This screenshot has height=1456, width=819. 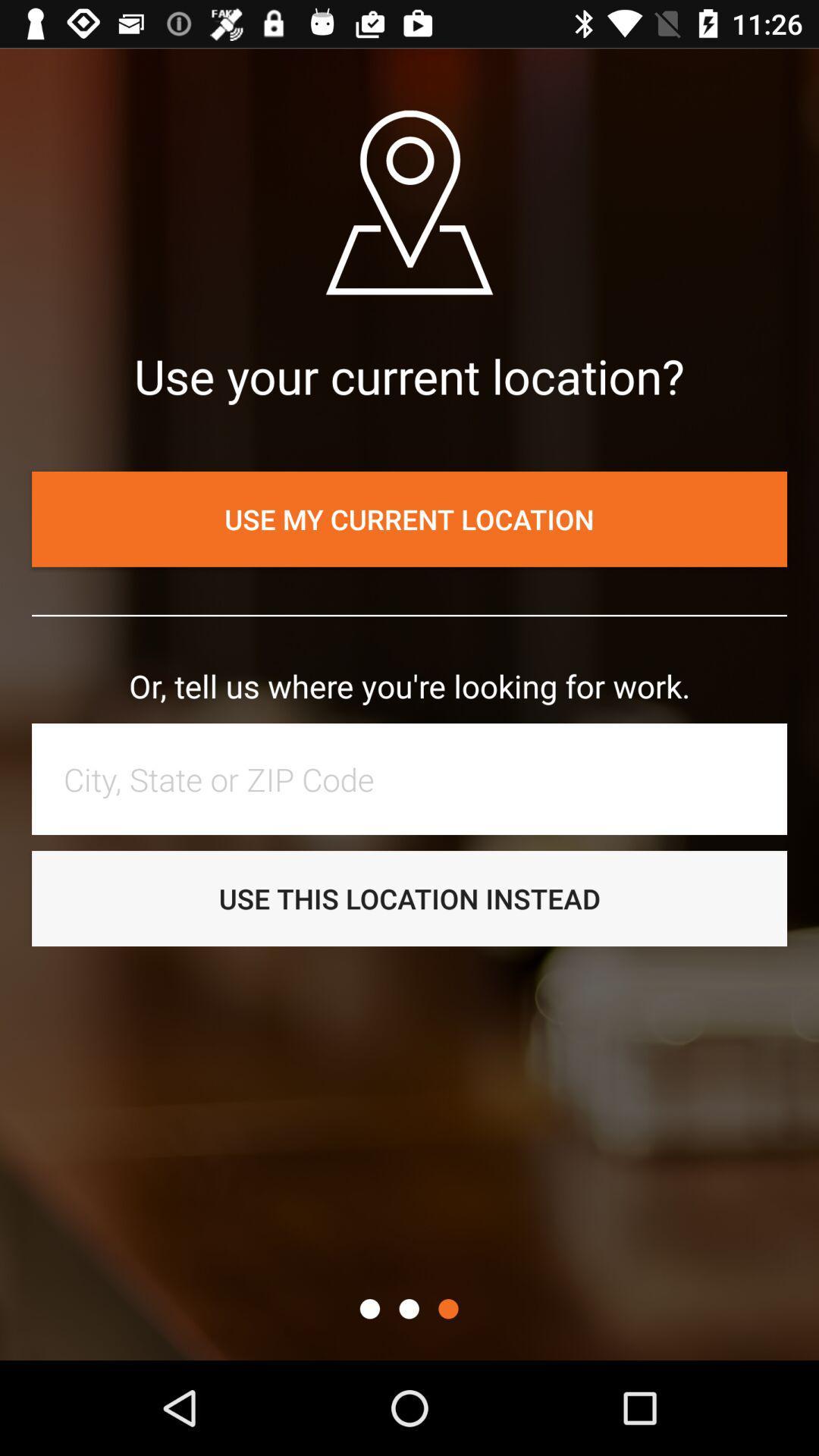 I want to click on insert the location, so click(x=417, y=779).